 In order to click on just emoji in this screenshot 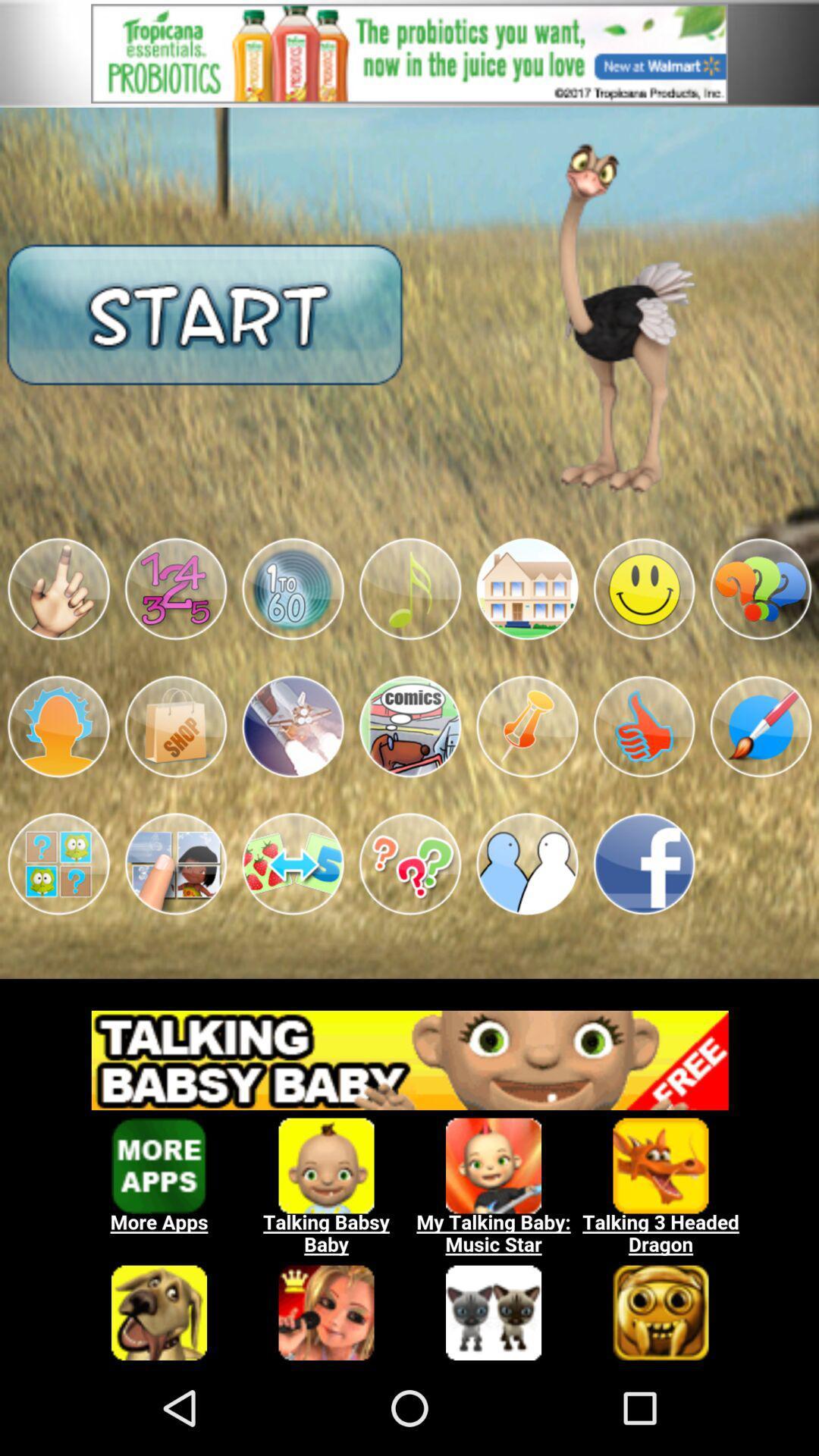, I will do `click(58, 588)`.